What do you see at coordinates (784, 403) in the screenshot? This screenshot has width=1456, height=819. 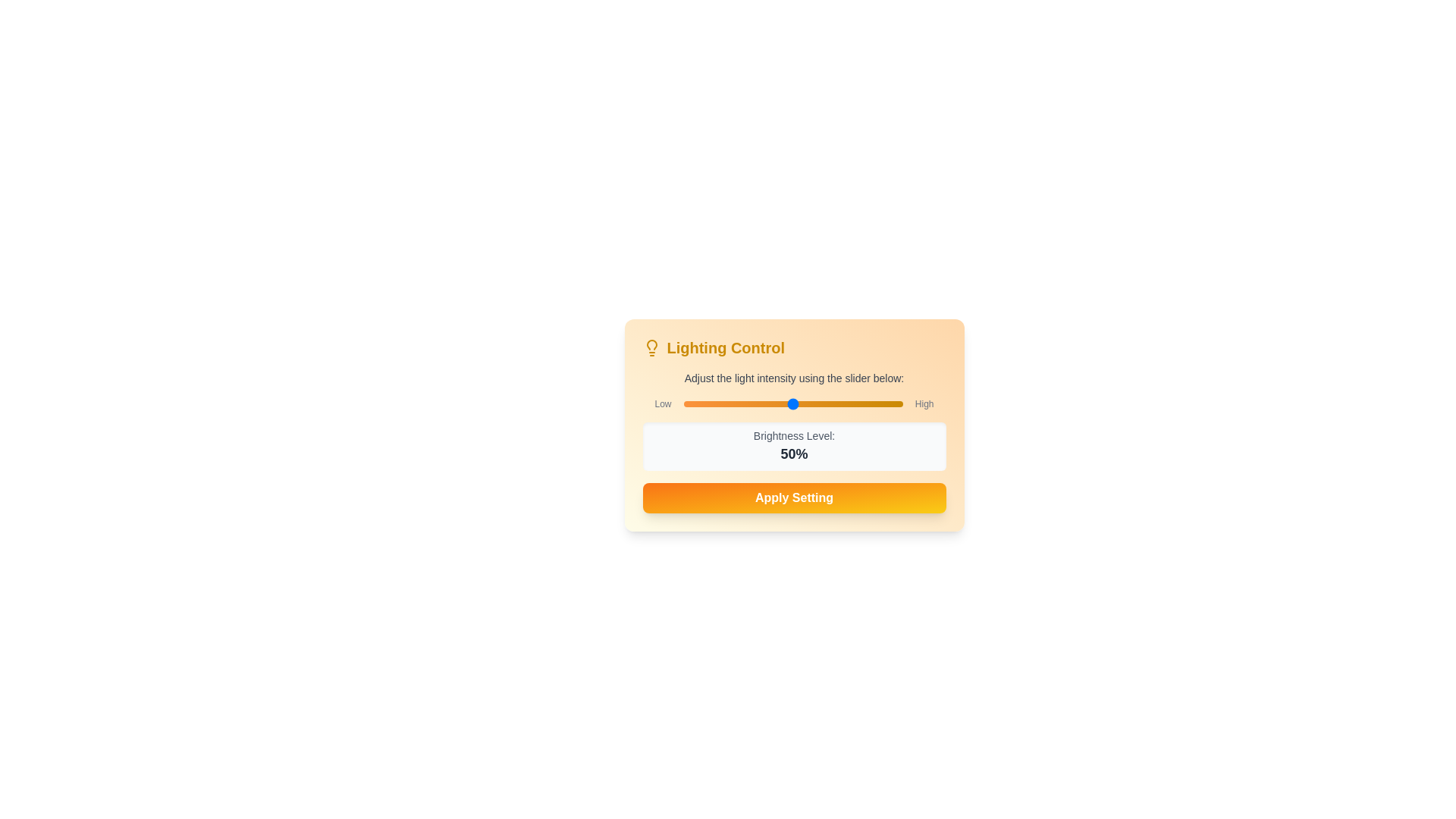 I see `brightness` at bounding box center [784, 403].